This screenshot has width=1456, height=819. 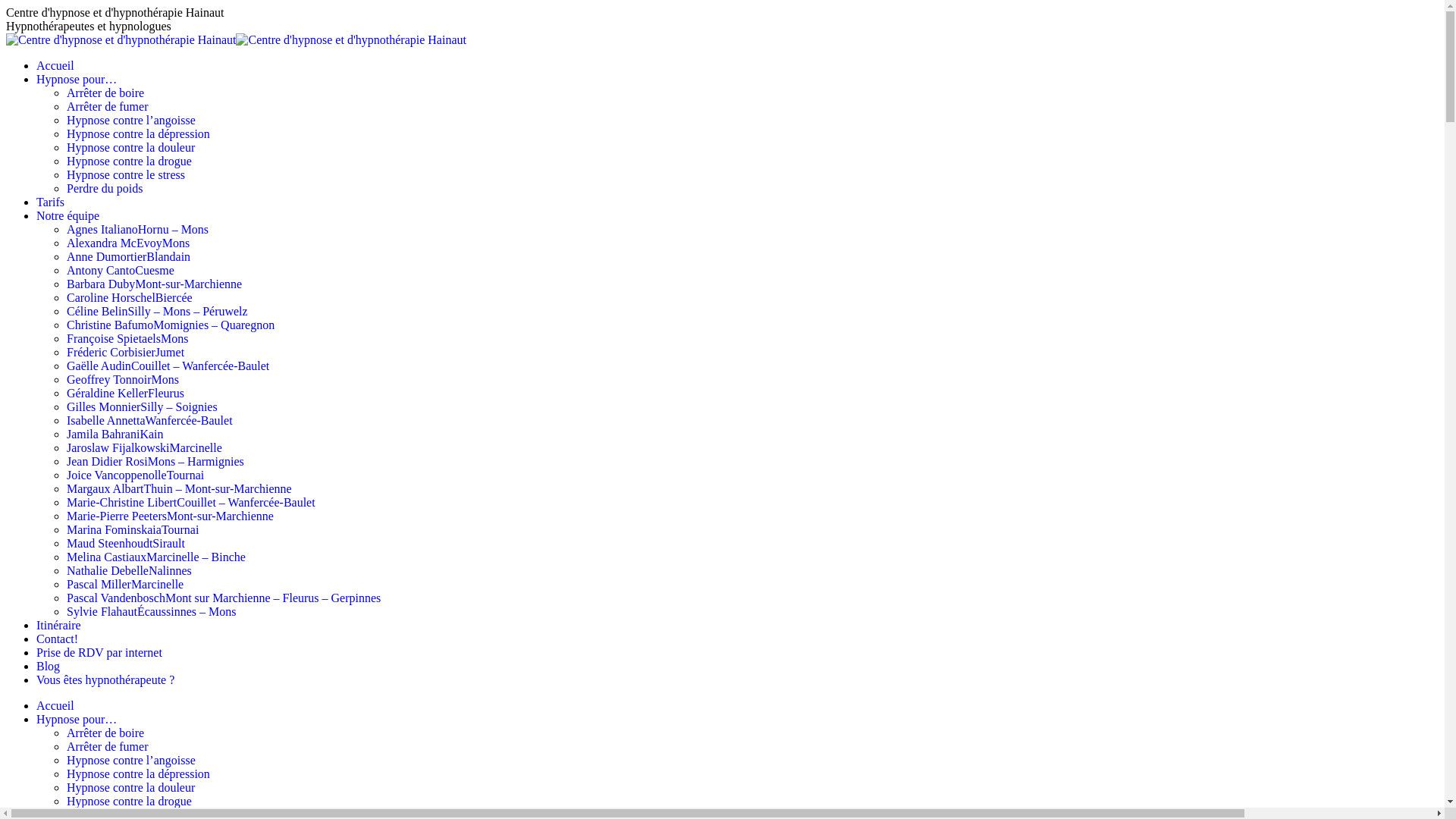 What do you see at coordinates (57, 639) in the screenshot?
I see `'Contact!'` at bounding box center [57, 639].